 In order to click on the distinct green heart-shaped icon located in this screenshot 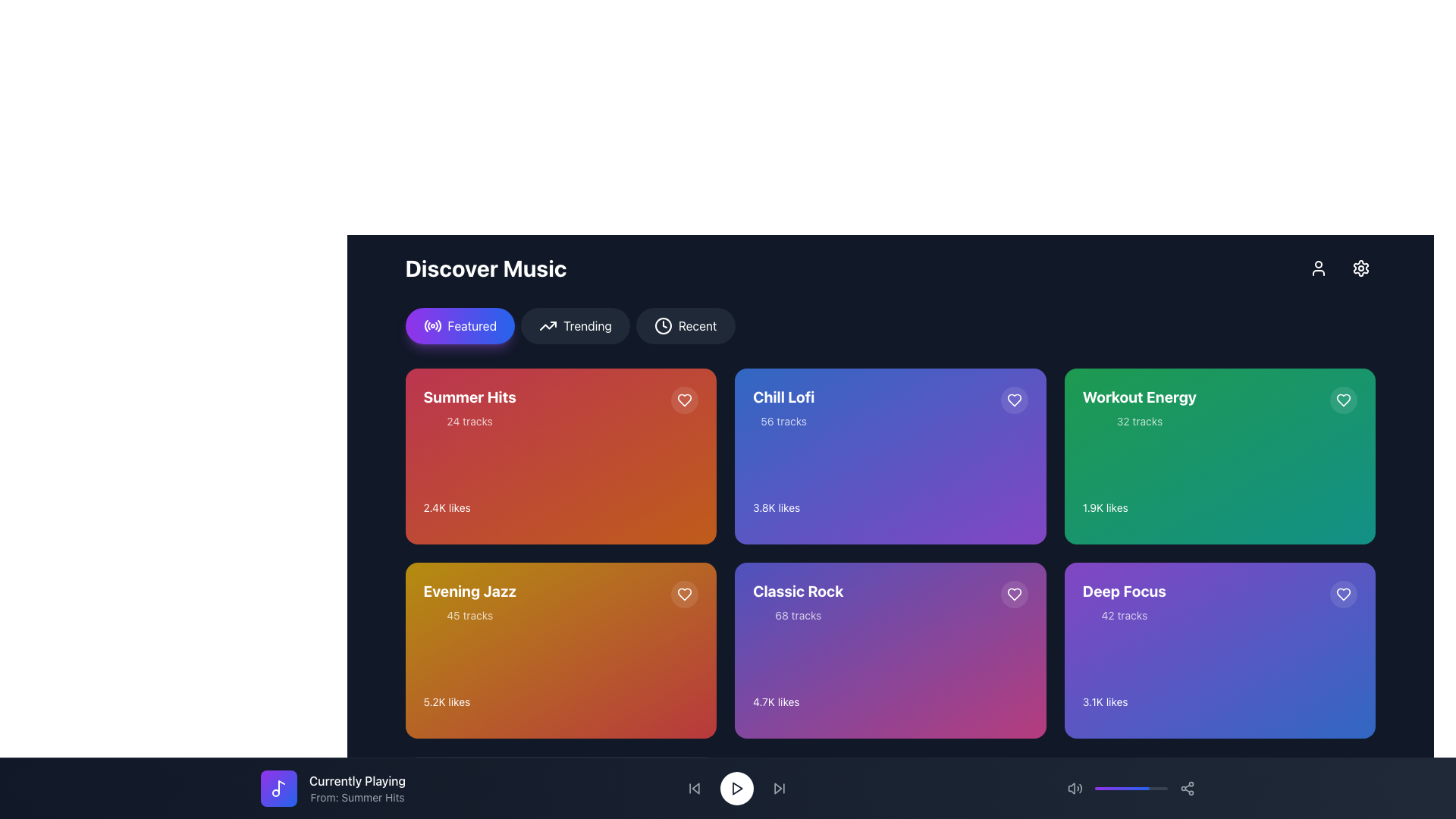, I will do `click(1344, 400)`.